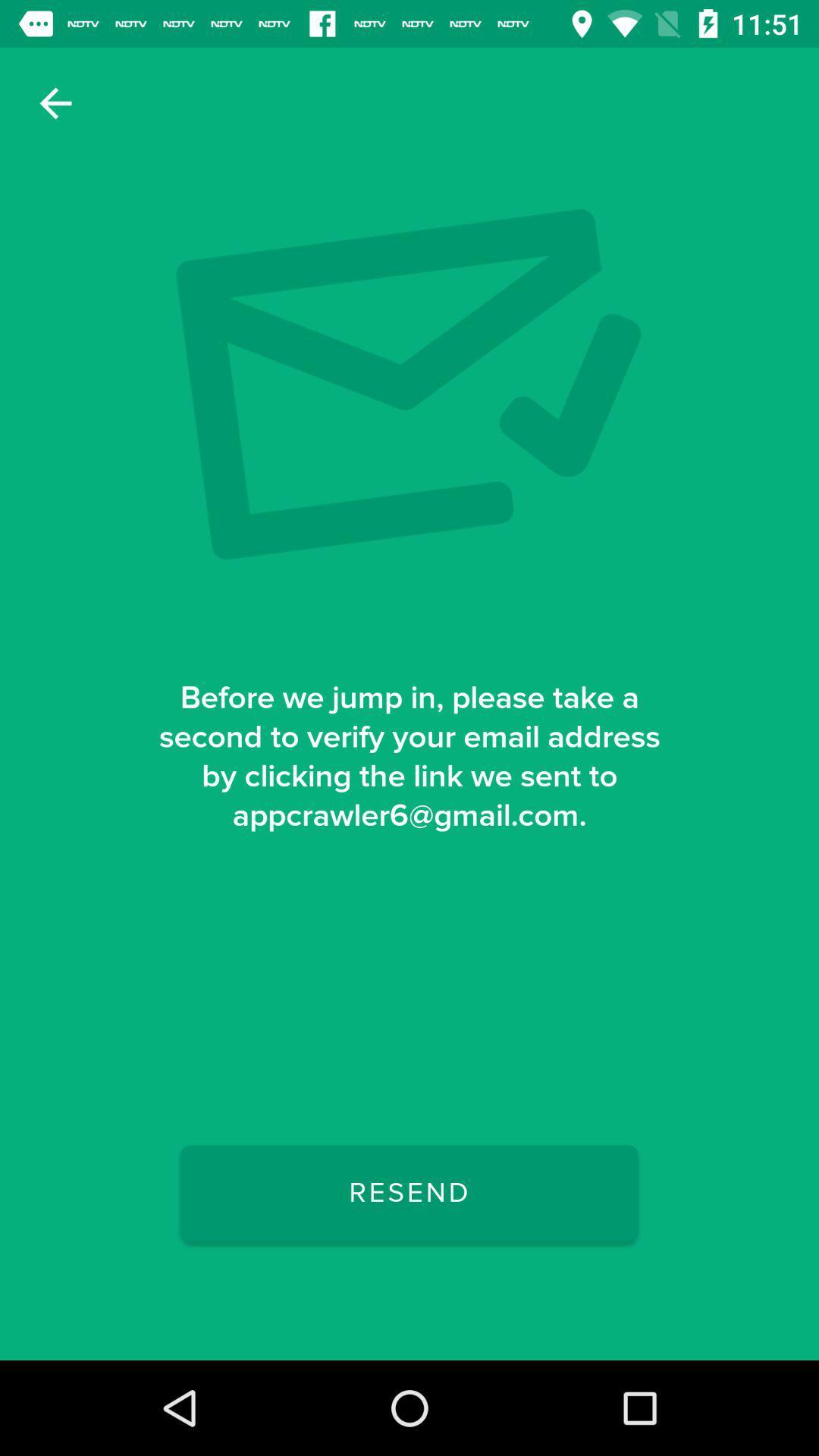  I want to click on the resend icon, so click(408, 1192).